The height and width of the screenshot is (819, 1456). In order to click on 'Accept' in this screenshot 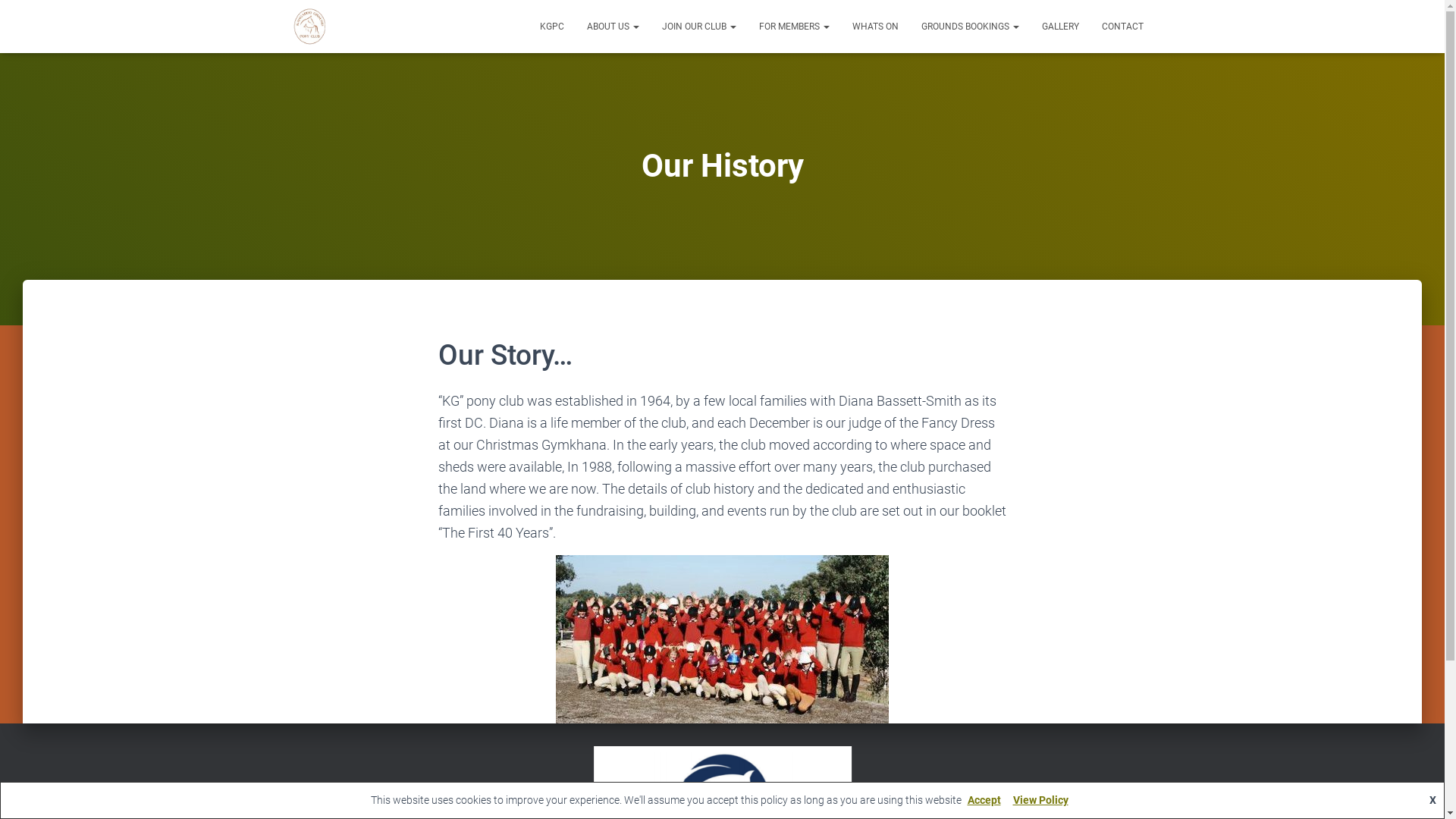, I will do `click(984, 799)`.